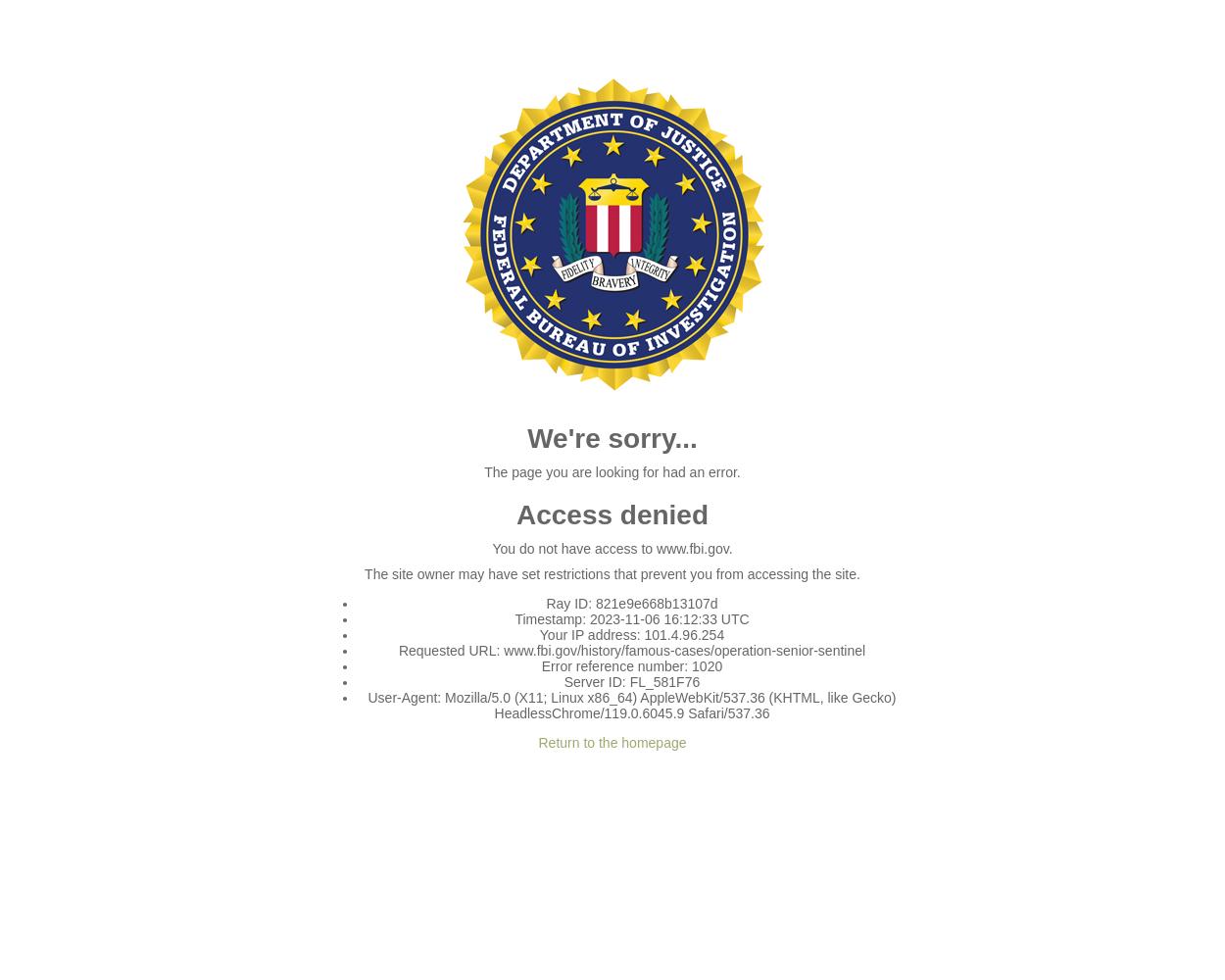 The width and height of the screenshot is (1225, 980). Describe the element at coordinates (631, 619) in the screenshot. I see `'Timestamp: 2023-11-06 16:12:33 UTC'` at that location.